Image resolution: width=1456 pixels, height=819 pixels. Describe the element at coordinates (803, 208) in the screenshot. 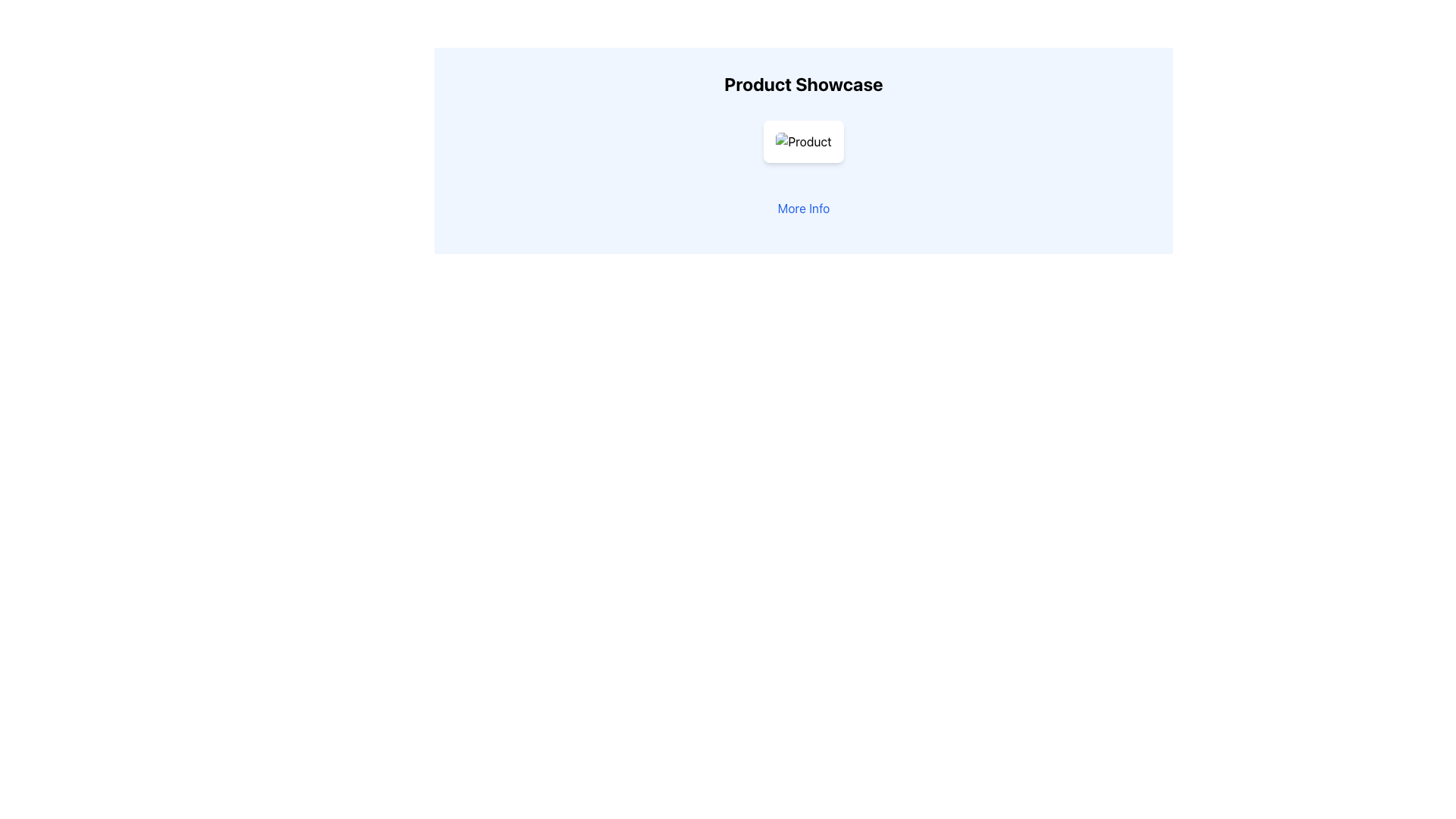

I see `the bold blue hyperlink labeled 'More Info' located under the 'Product' image in the 'Product Showcase' section` at that location.